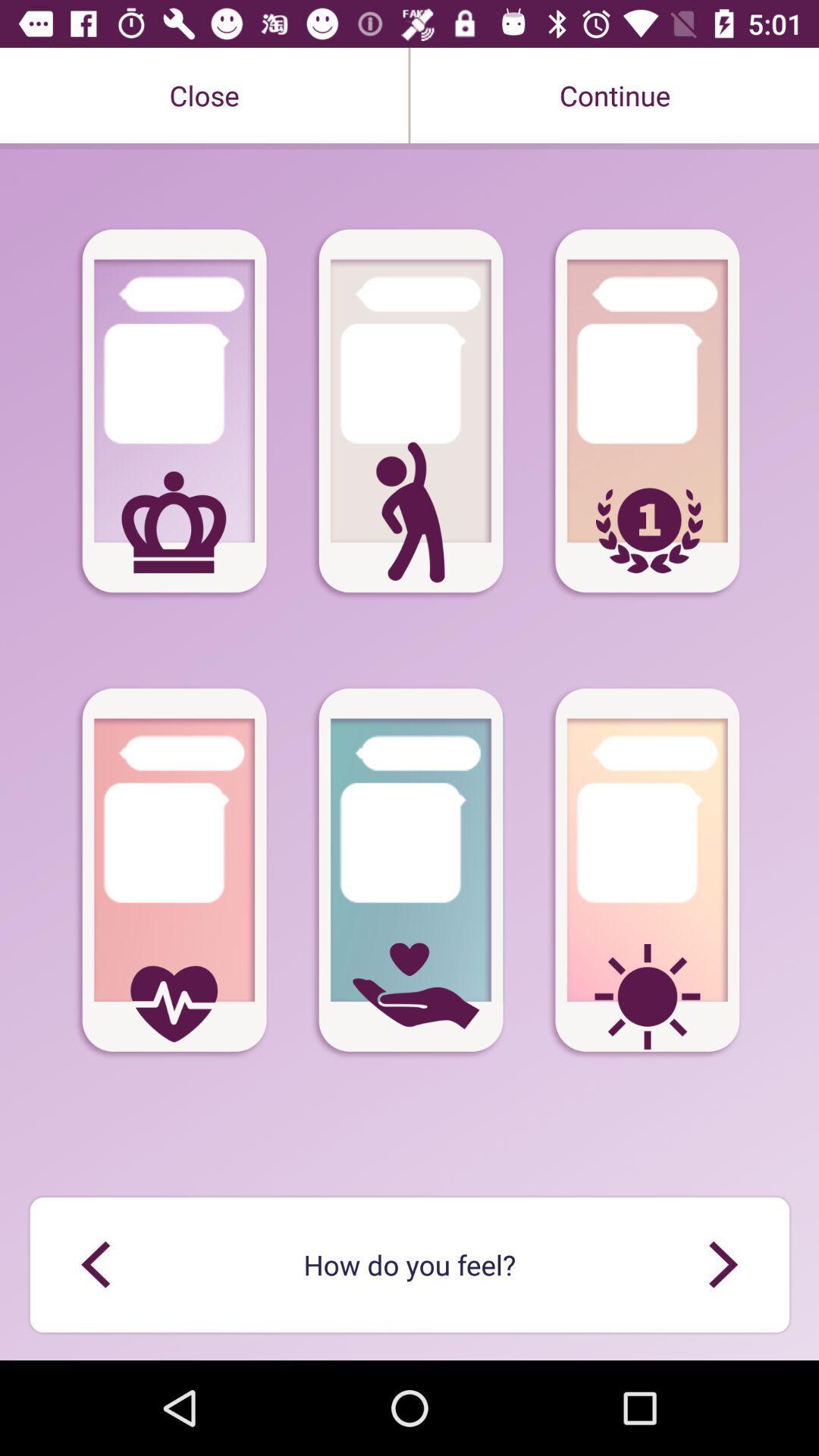 The width and height of the screenshot is (819, 1456). Describe the element at coordinates (96, 1264) in the screenshot. I see `go previous page` at that location.